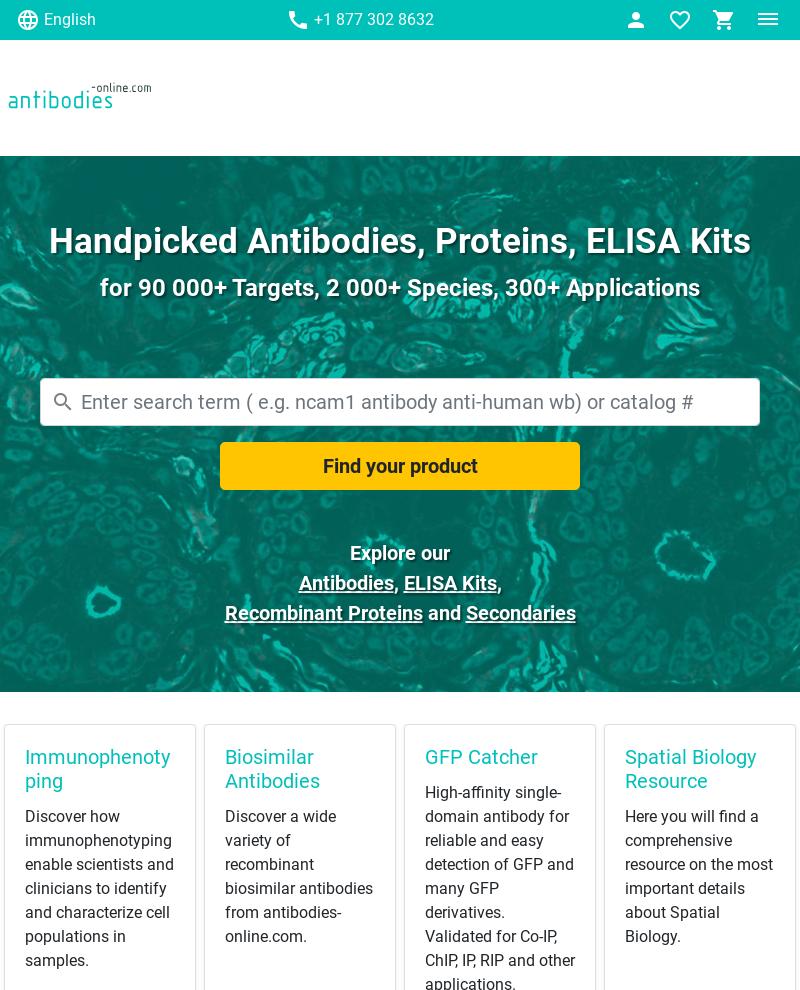  I want to click on 'for 90 000+ Targets, 2 000+ Species, 300+ Applications', so click(400, 287).